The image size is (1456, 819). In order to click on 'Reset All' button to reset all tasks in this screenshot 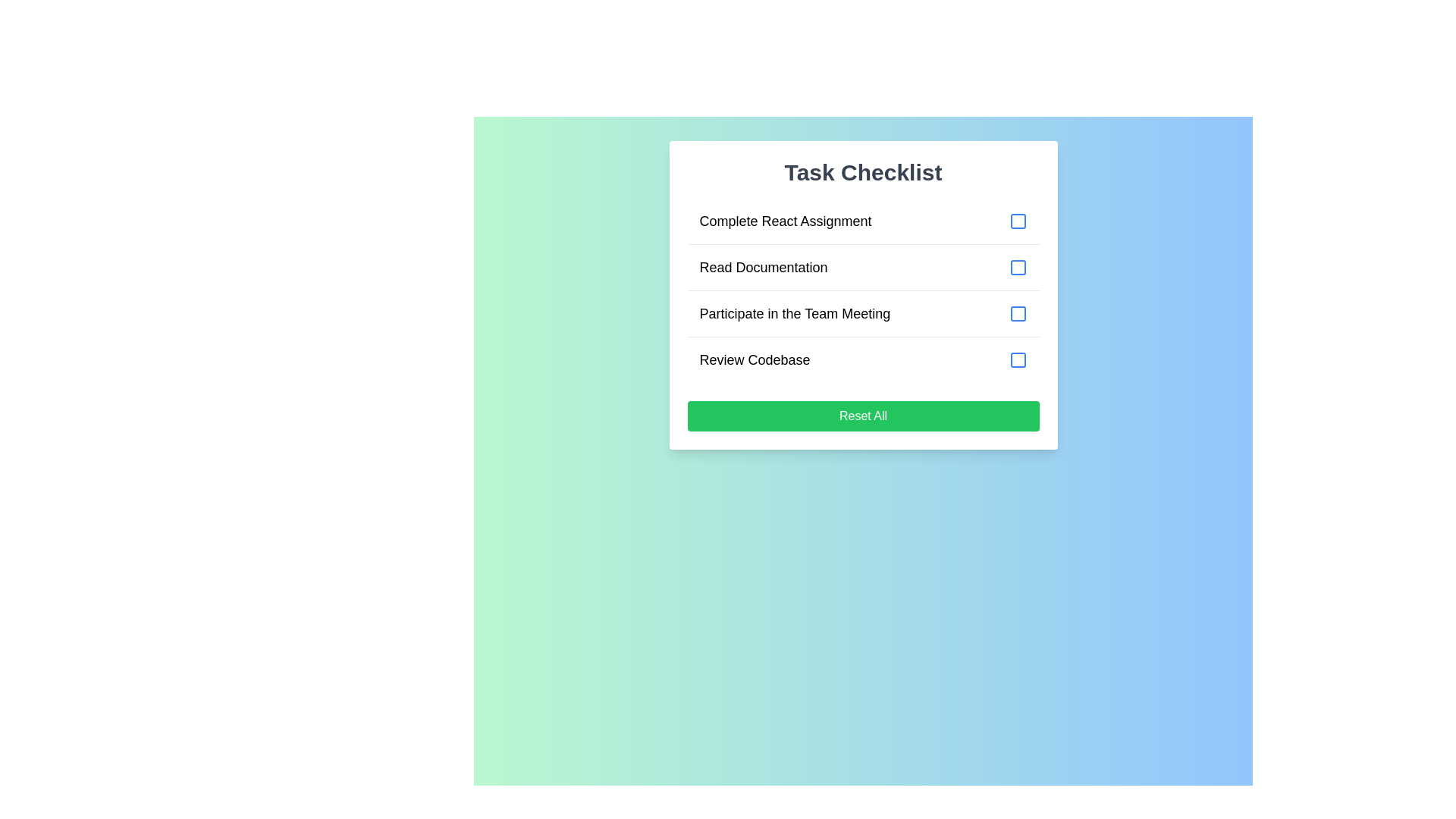, I will do `click(863, 416)`.